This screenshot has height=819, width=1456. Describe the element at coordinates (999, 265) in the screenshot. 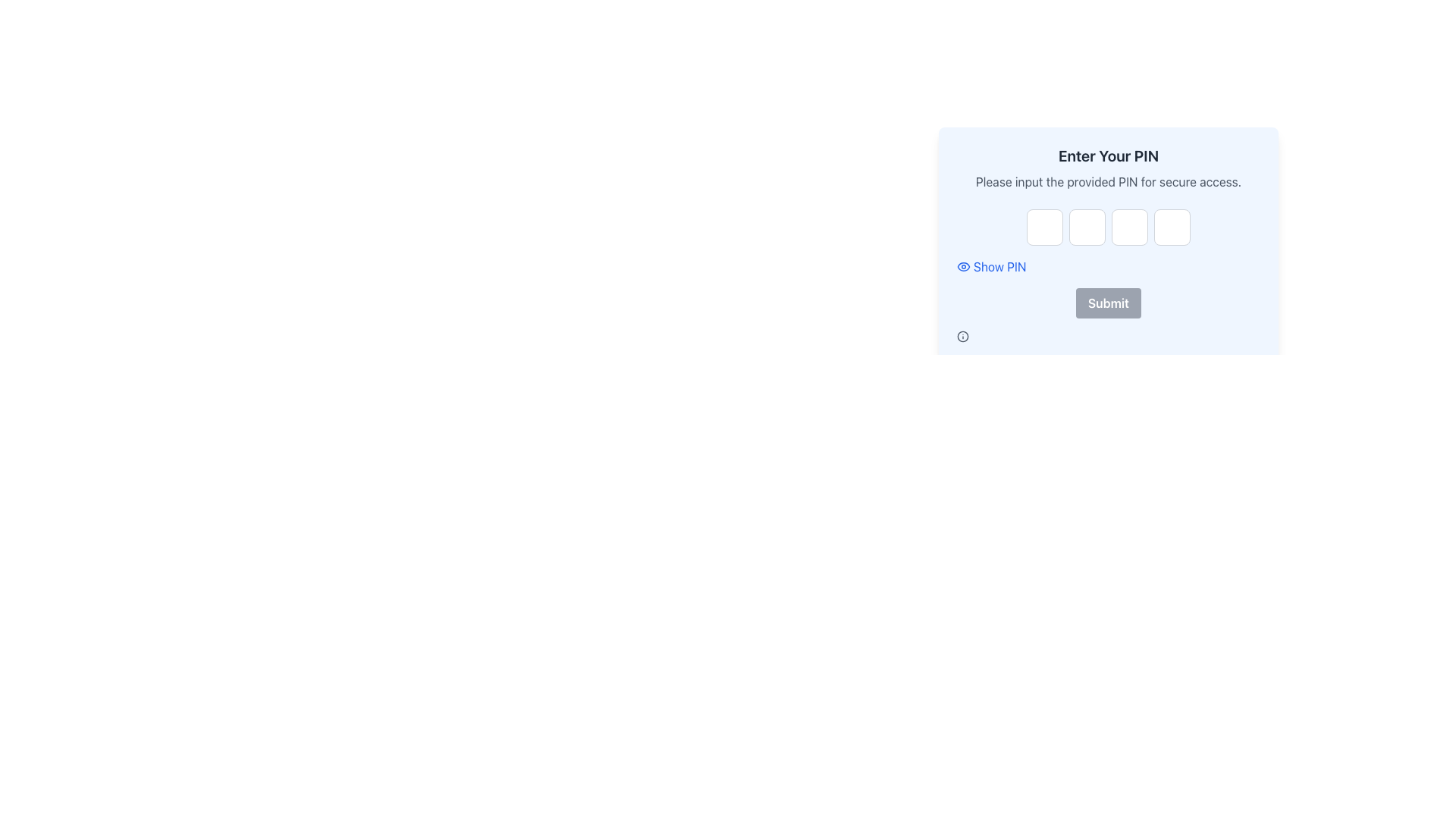

I see `the 'Show PIN' text label, which indicates functionality for revealing the obscured PIN input above` at that location.